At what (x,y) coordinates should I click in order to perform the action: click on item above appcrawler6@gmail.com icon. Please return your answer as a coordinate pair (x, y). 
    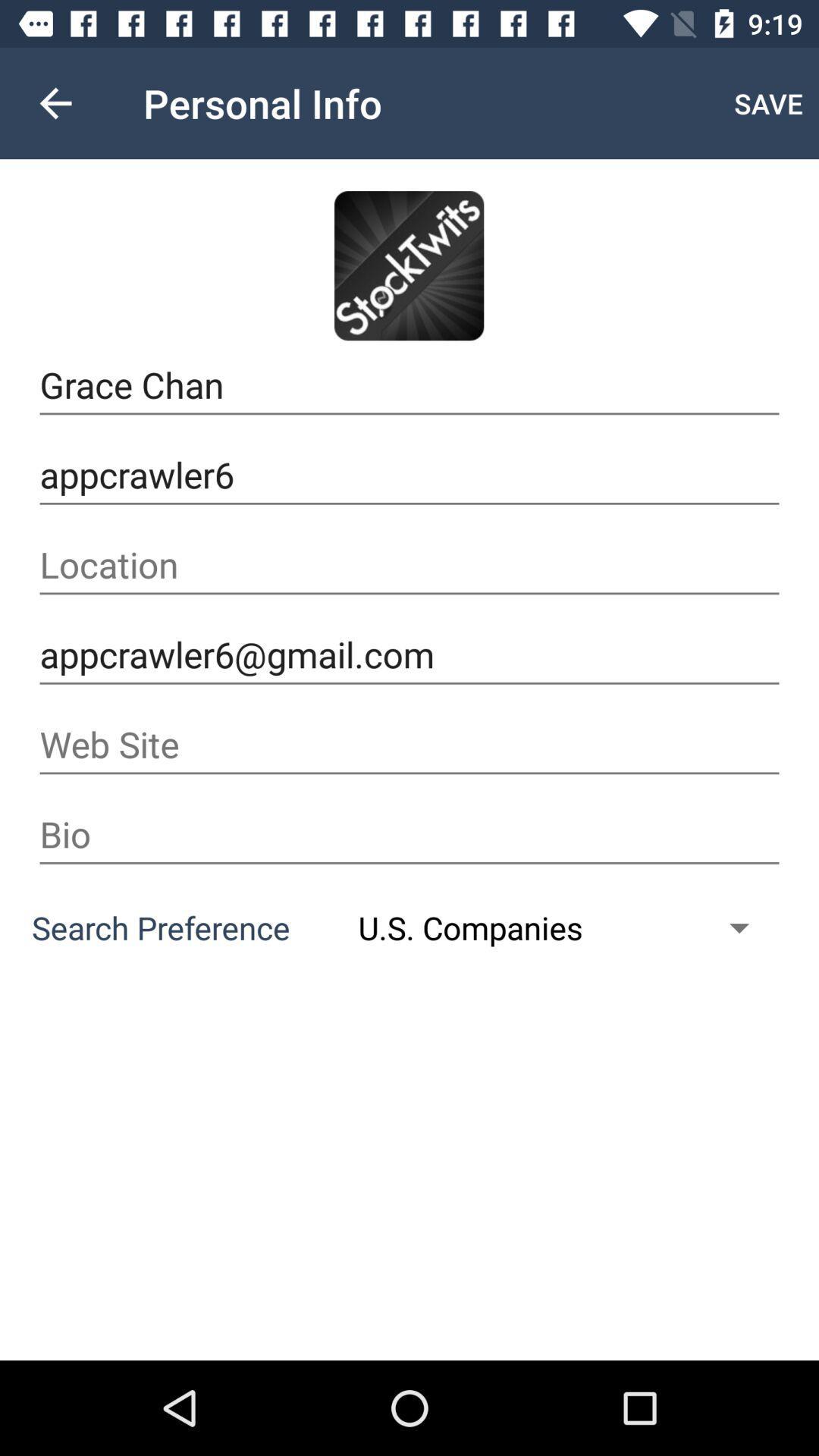
    Looking at the image, I should click on (409, 564).